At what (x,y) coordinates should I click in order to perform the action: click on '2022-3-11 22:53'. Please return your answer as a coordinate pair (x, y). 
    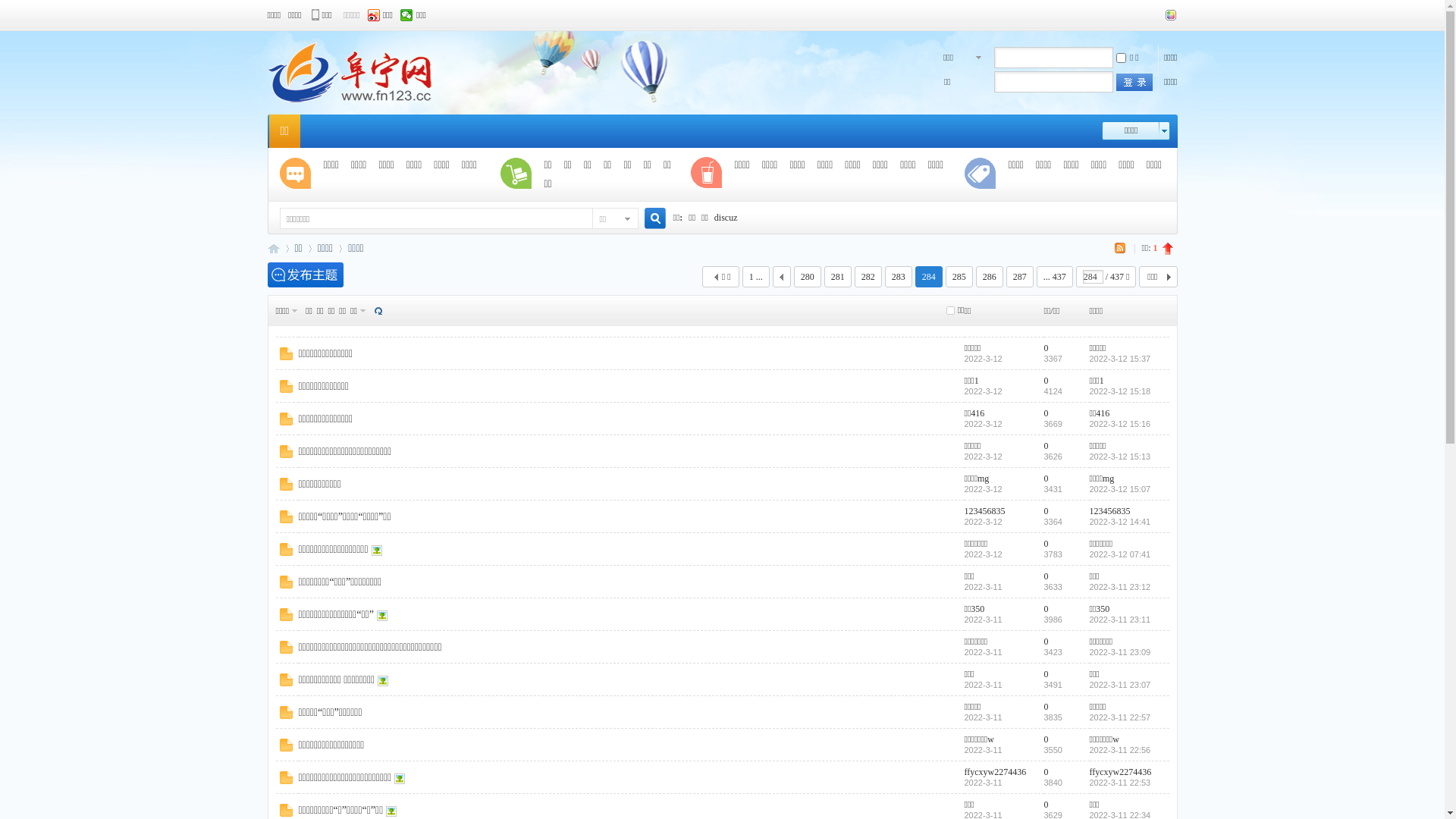
    Looking at the image, I should click on (1119, 783).